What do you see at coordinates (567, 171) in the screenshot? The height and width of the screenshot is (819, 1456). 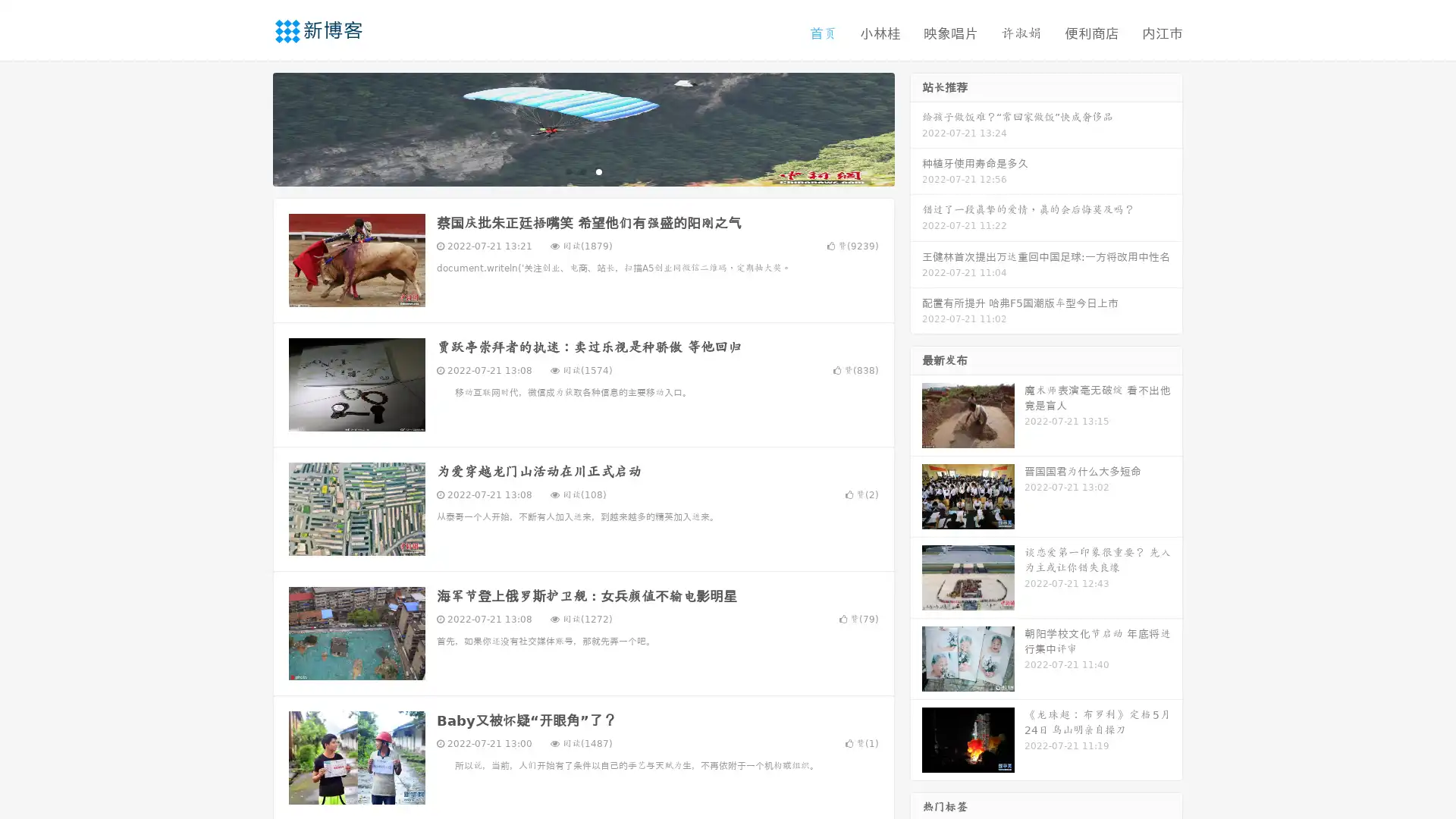 I see `Go to slide 1` at bounding box center [567, 171].